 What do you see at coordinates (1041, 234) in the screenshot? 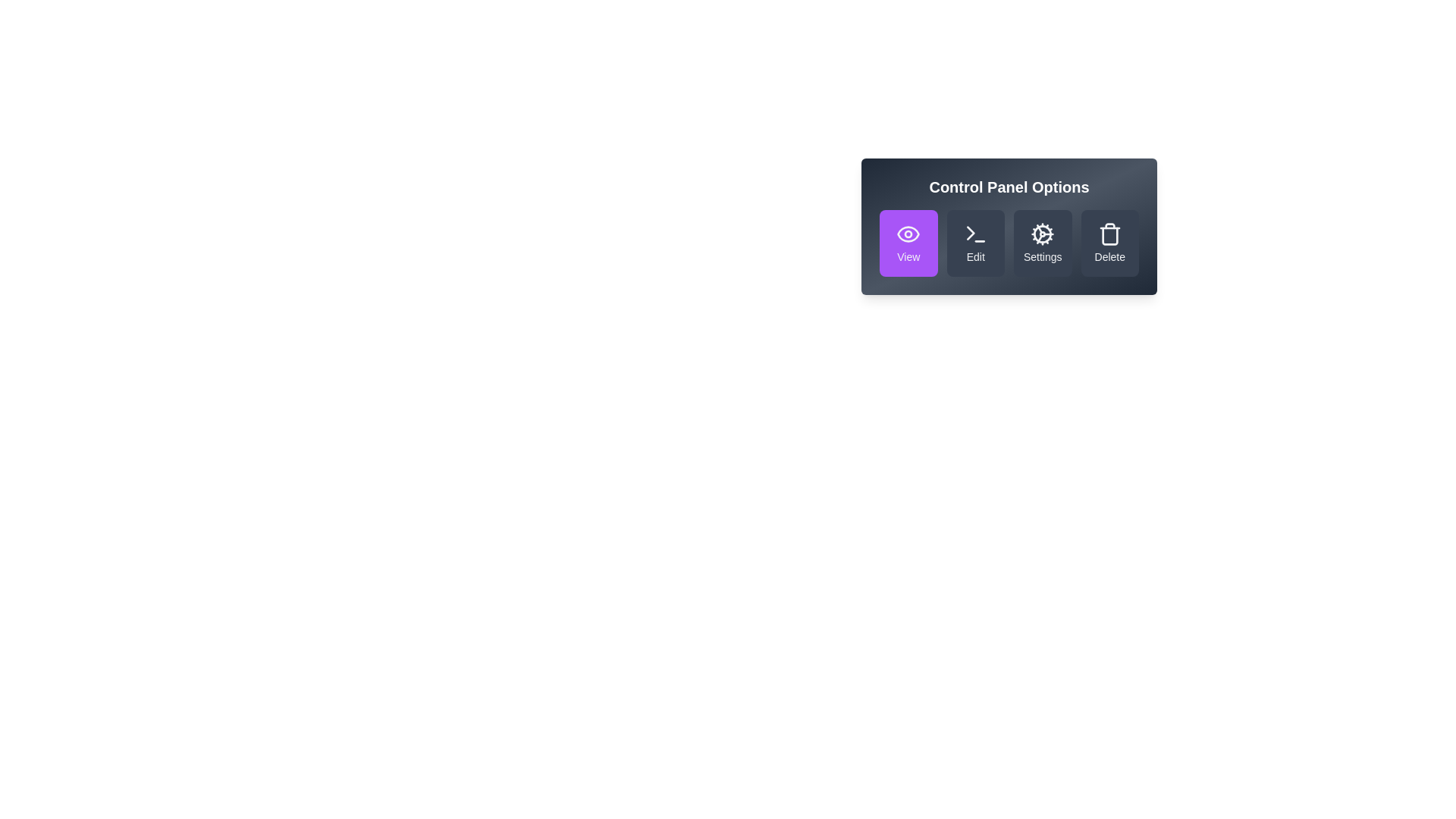
I see `the settings icon located between the 'Edit' and 'Delete' buttons in the control panel` at bounding box center [1041, 234].